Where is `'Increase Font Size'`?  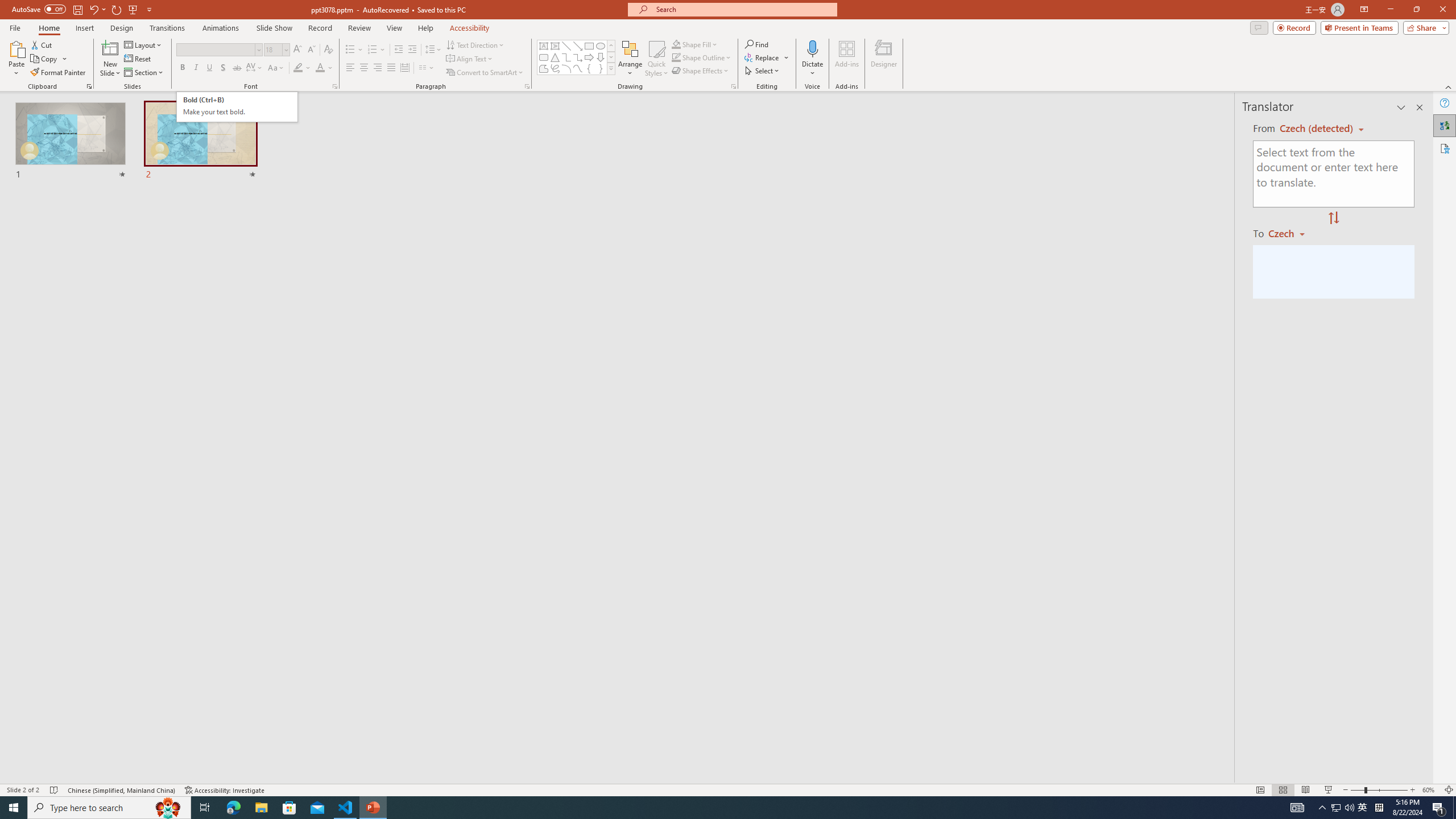
'Increase Font Size' is located at coordinates (297, 49).